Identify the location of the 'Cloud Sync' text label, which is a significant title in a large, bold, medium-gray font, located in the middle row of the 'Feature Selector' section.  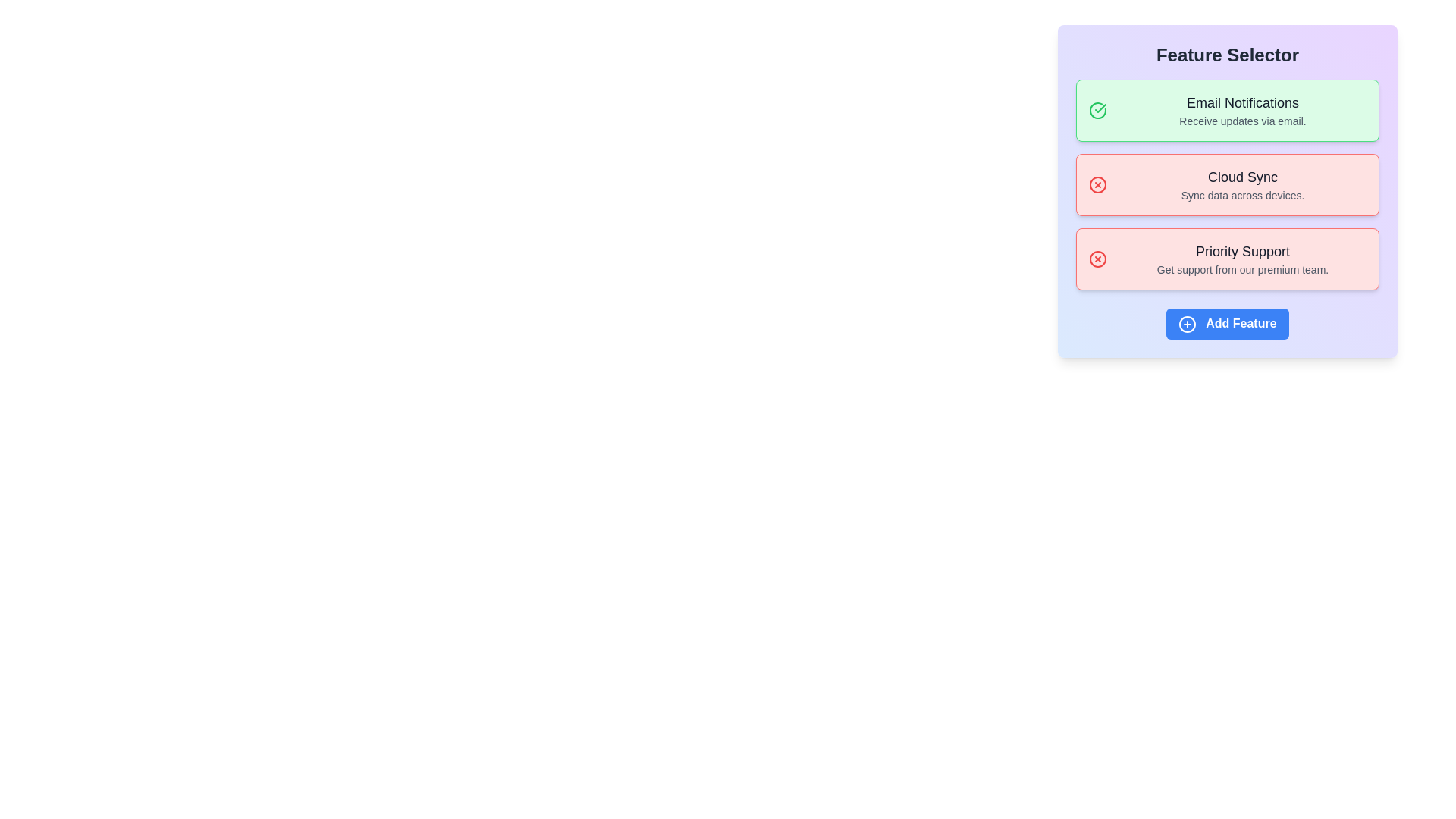
(1242, 177).